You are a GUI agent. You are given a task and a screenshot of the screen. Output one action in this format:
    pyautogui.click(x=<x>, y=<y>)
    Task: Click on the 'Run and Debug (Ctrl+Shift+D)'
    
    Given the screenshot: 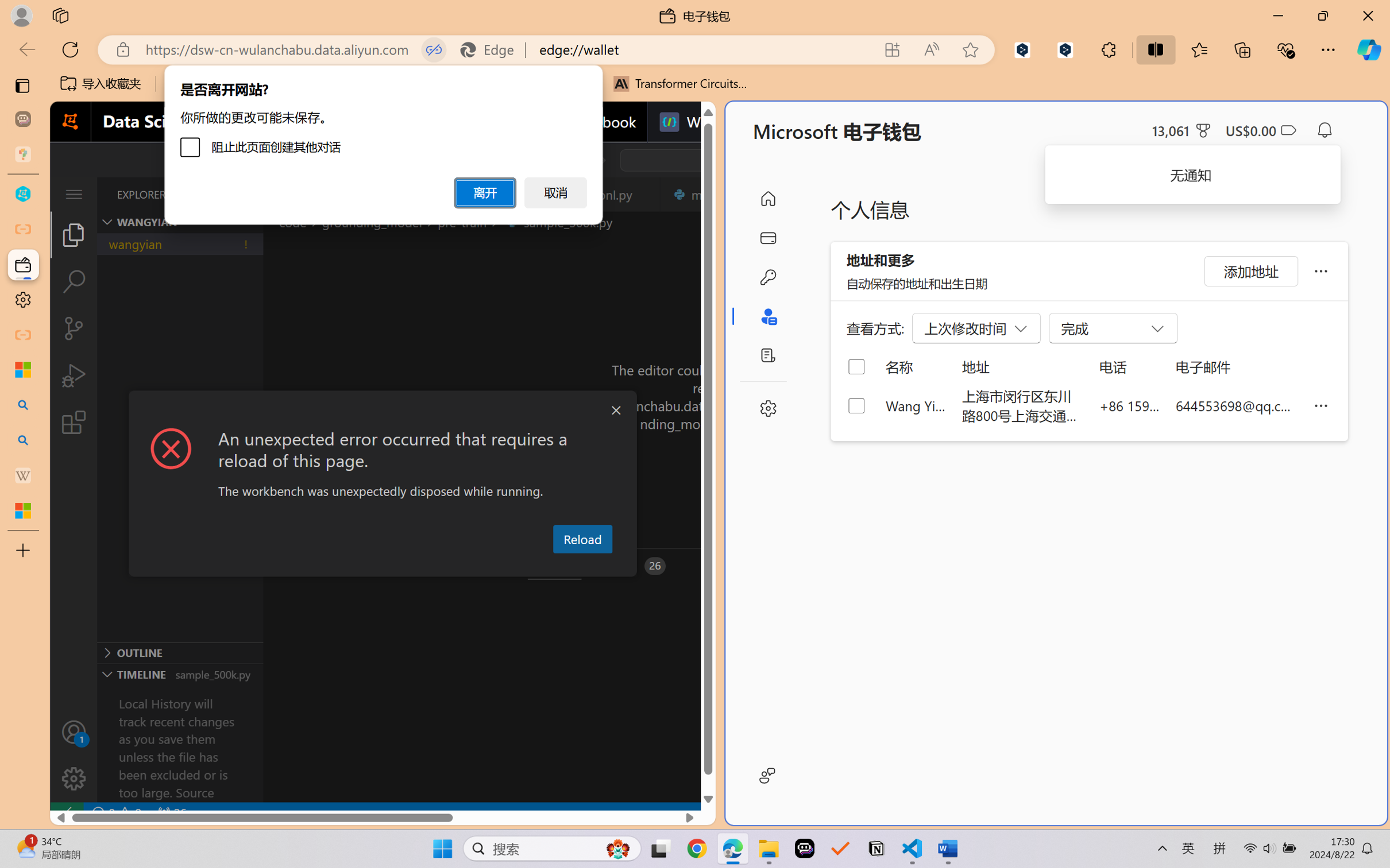 What is the action you would take?
    pyautogui.click(x=73, y=375)
    